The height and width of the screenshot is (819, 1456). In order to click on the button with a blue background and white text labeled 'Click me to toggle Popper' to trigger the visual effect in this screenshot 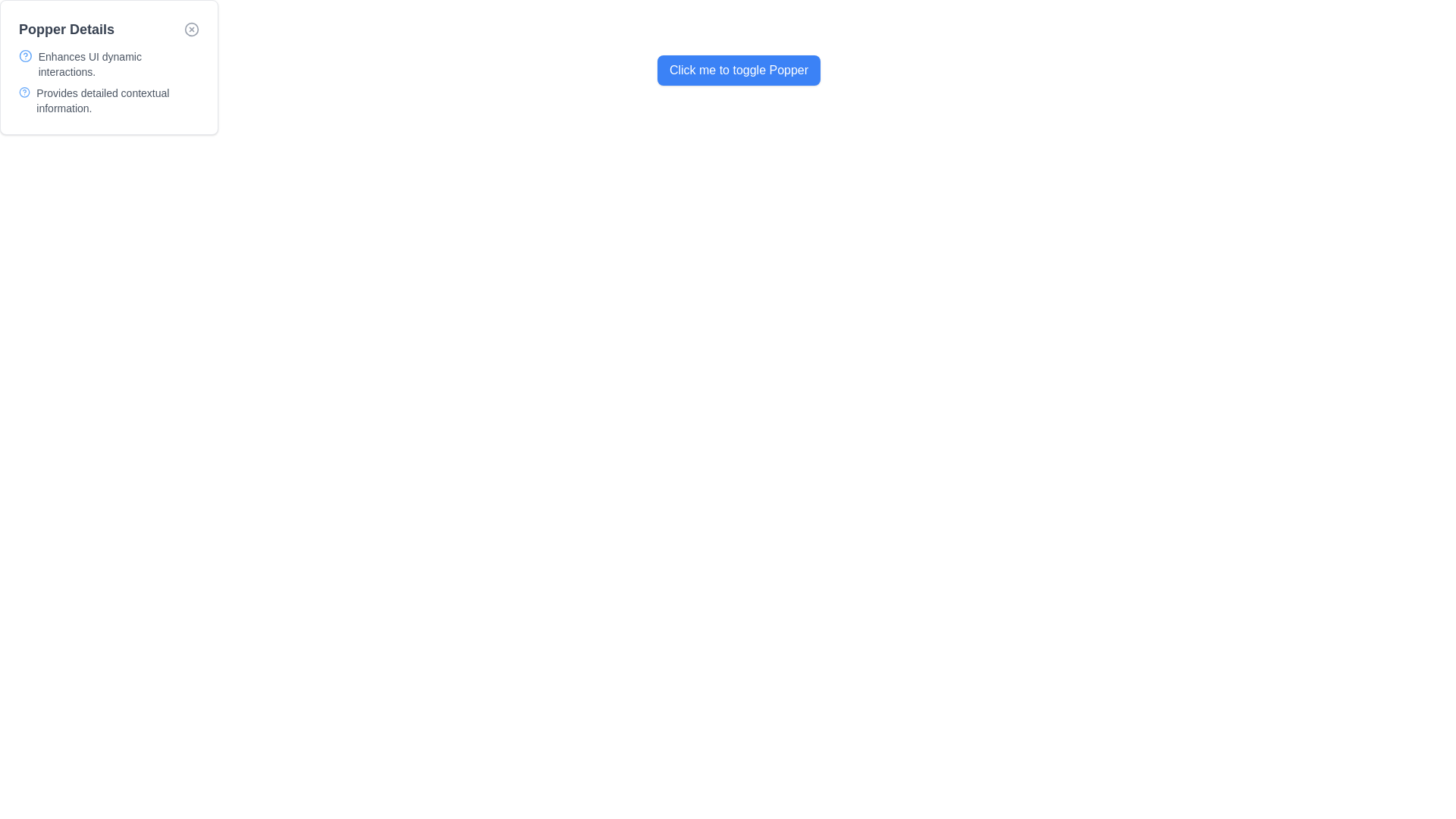, I will do `click(739, 70)`.